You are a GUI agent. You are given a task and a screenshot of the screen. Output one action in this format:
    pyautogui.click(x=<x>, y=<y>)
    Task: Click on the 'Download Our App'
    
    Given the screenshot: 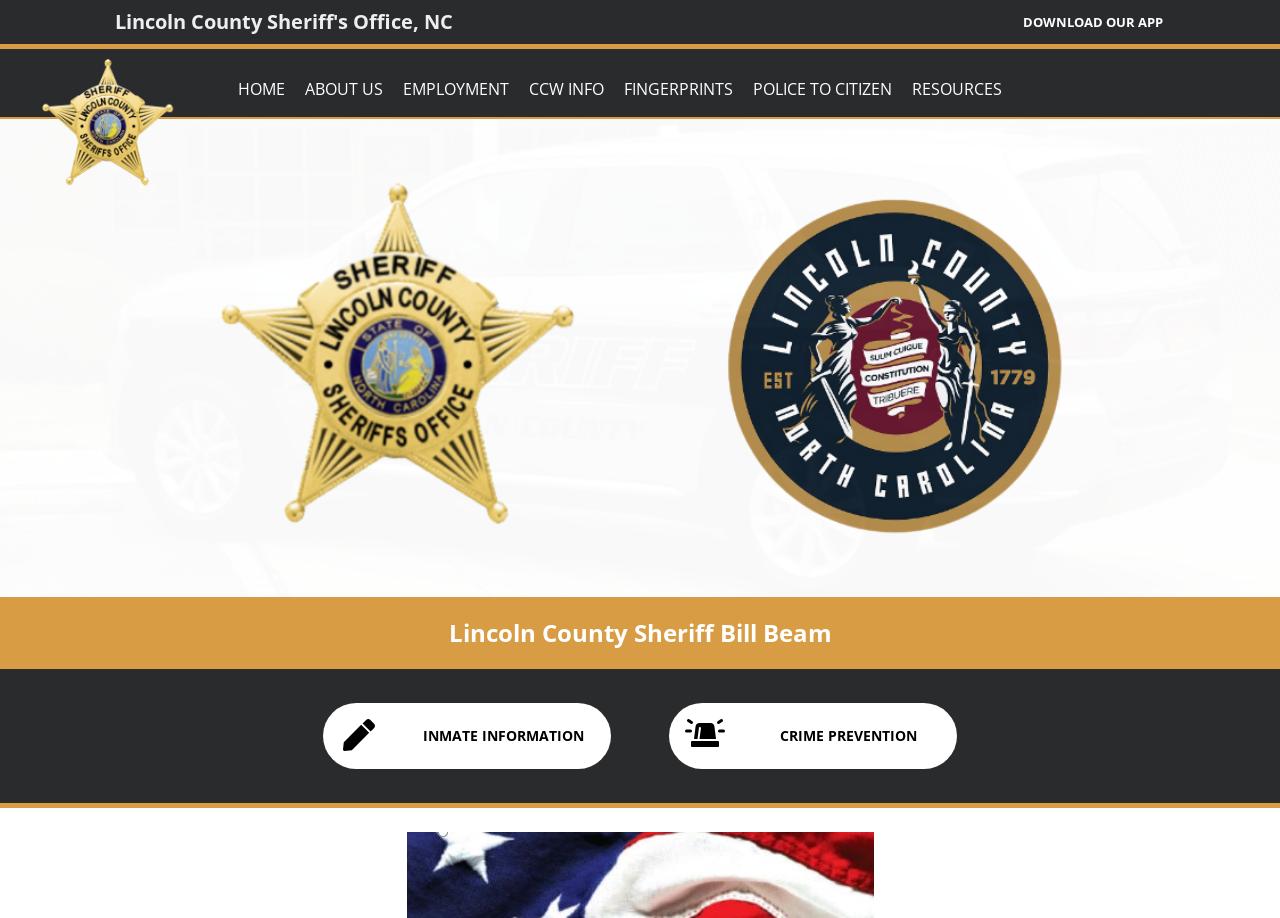 What is the action you would take?
    pyautogui.click(x=1091, y=22)
    